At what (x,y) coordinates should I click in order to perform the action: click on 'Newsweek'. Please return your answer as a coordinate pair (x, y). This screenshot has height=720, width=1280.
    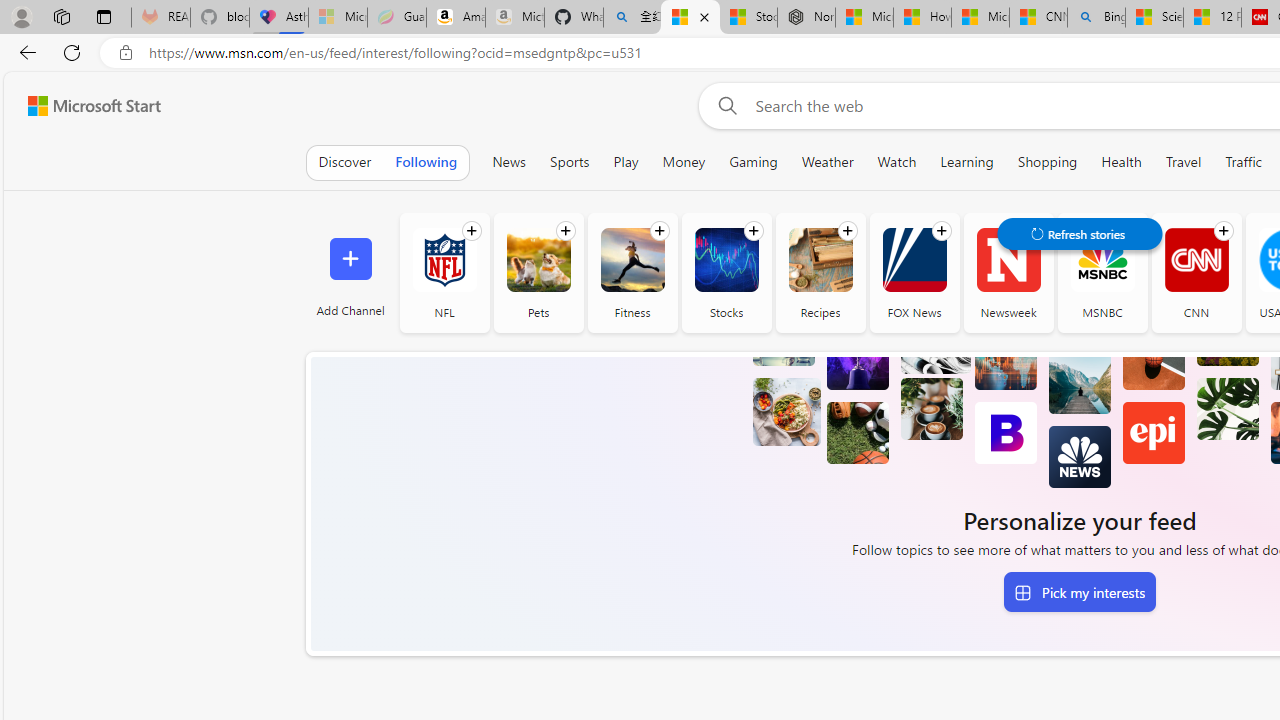
    Looking at the image, I should click on (1008, 272).